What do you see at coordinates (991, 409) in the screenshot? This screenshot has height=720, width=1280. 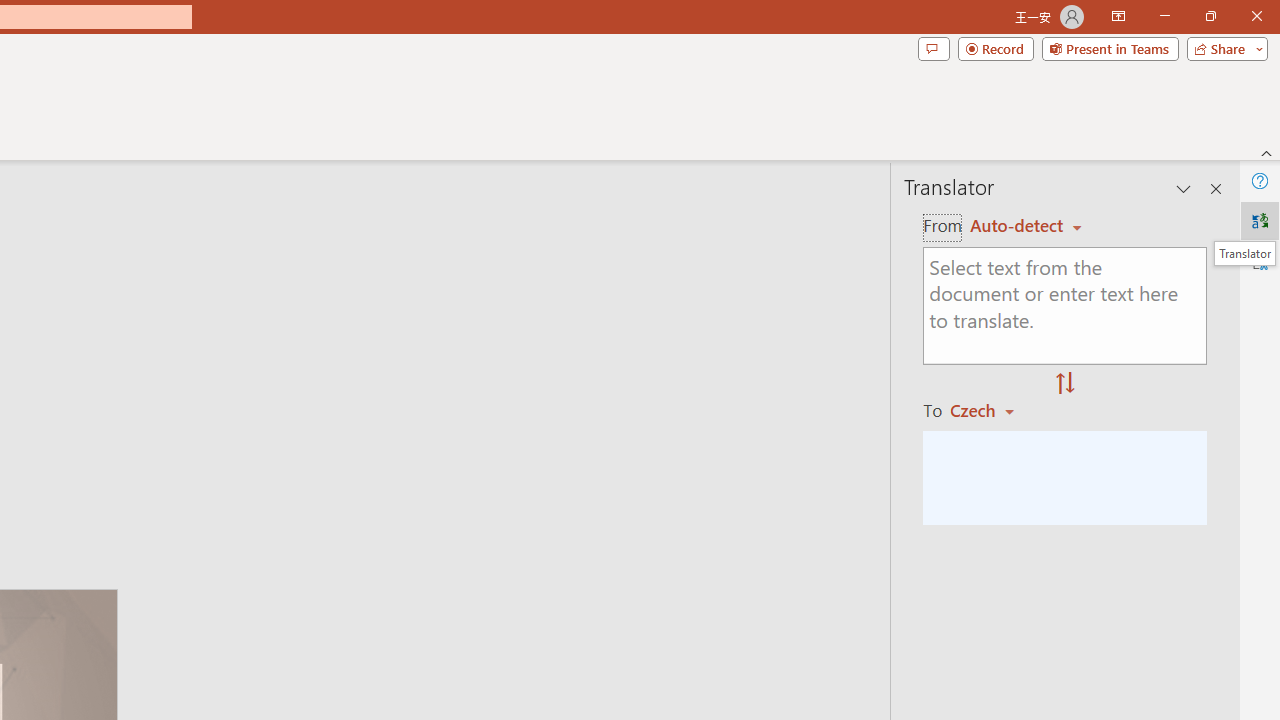 I see `'Czech'` at bounding box center [991, 409].